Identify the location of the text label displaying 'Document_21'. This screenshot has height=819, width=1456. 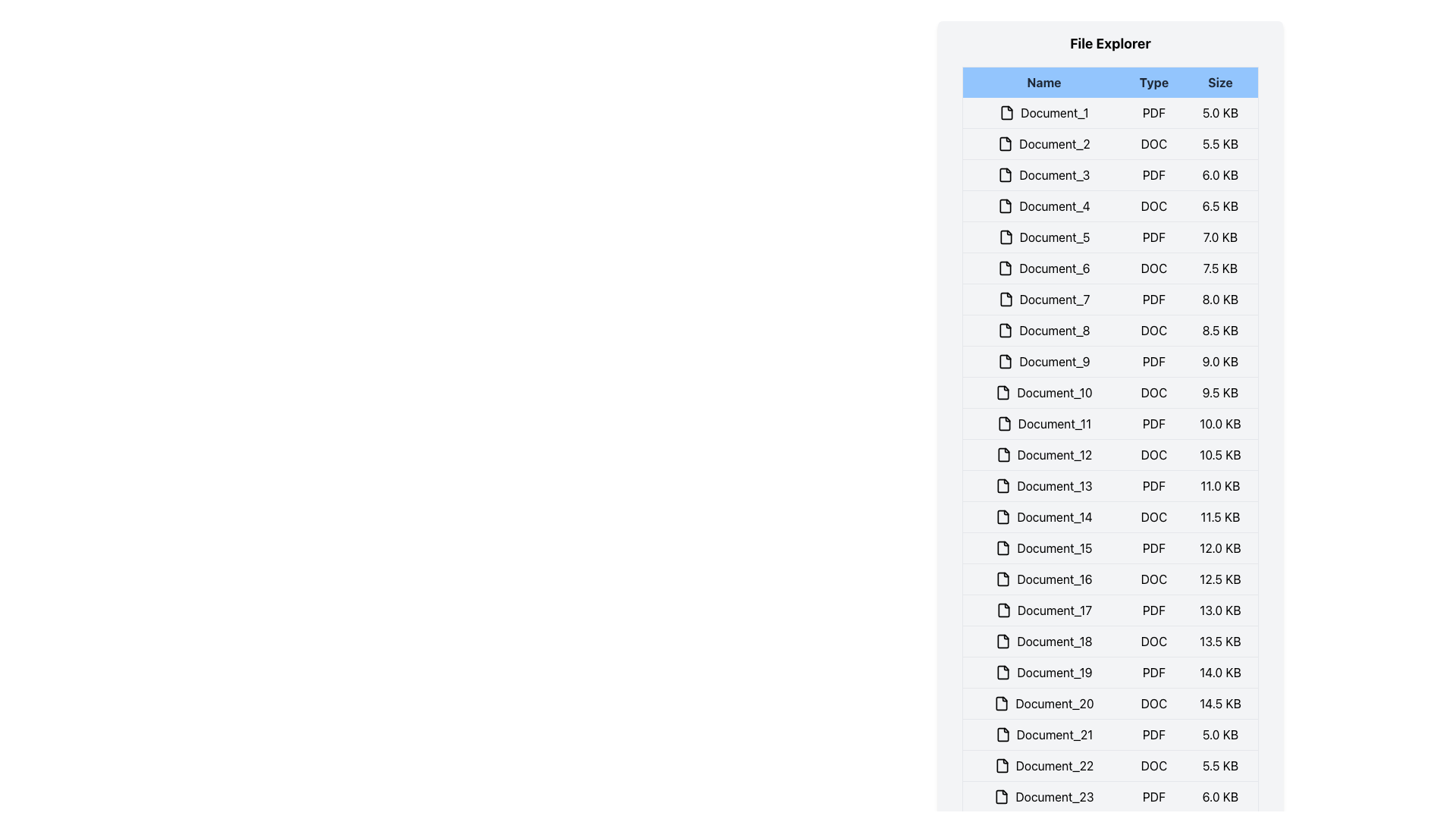
(1043, 733).